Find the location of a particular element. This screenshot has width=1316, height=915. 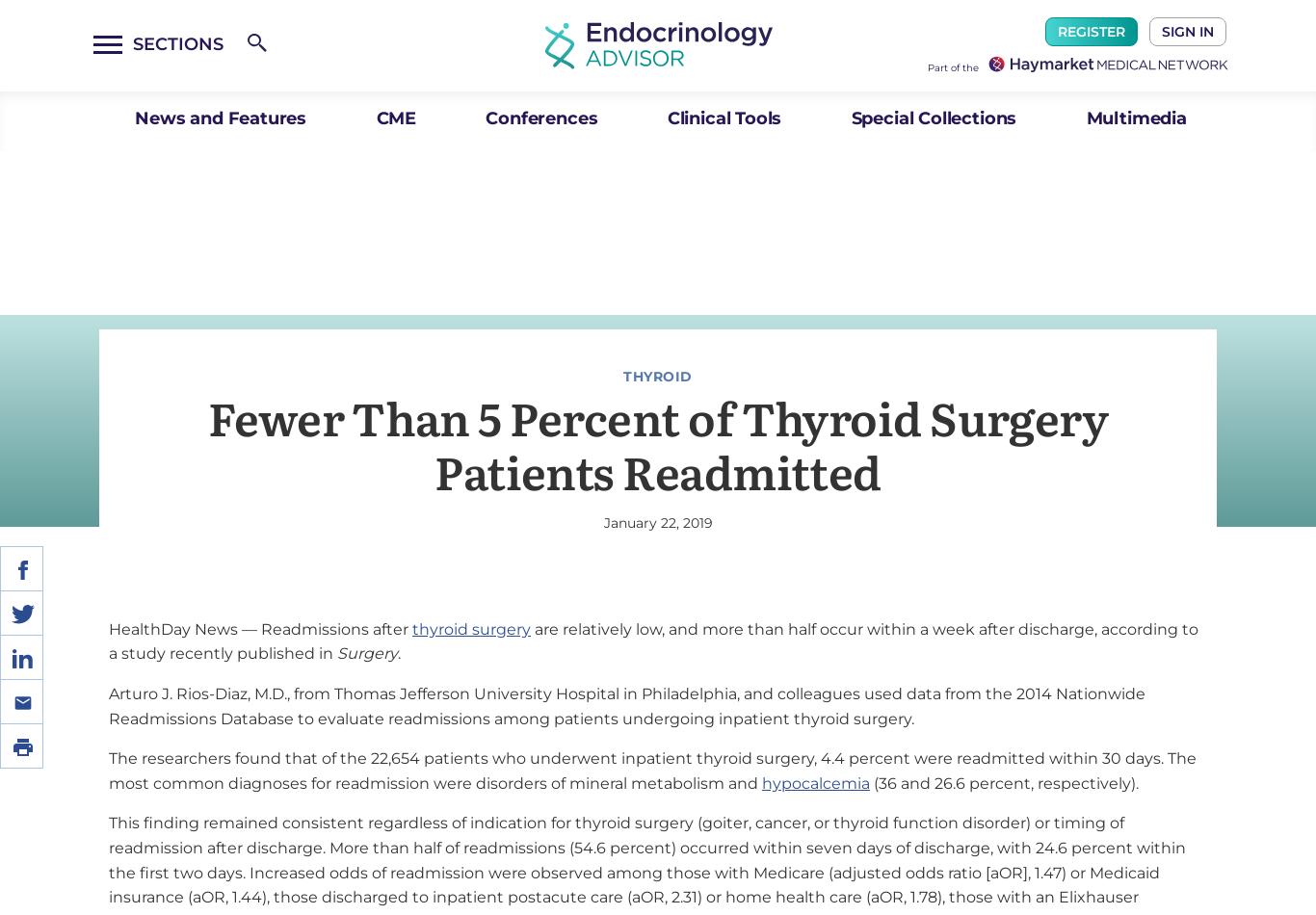

'hypocalcemia' is located at coordinates (762, 781).